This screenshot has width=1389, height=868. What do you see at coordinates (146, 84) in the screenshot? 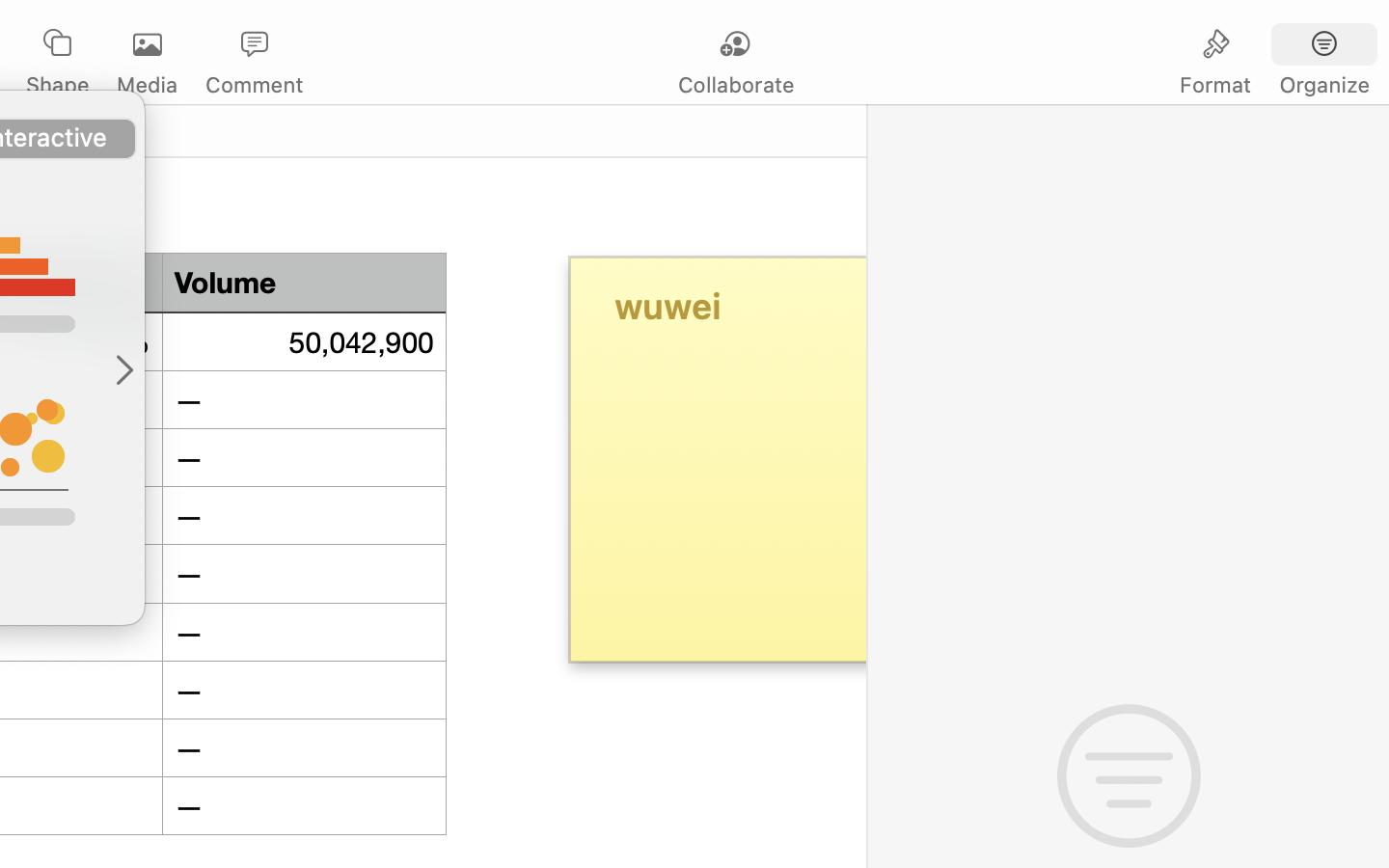
I see `'Media'` at bounding box center [146, 84].